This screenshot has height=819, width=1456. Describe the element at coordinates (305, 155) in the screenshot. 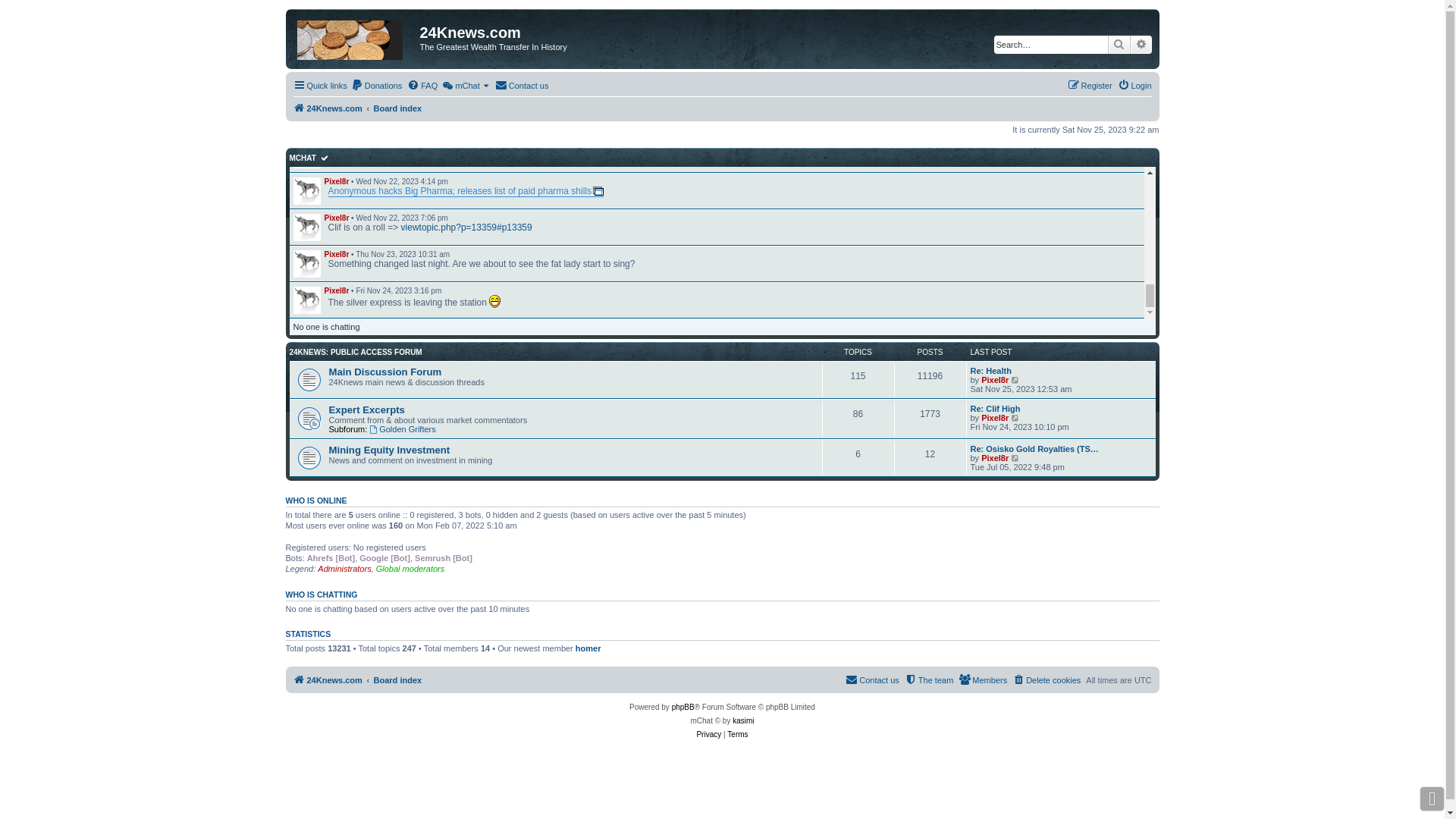

I see `'Profile'` at that location.